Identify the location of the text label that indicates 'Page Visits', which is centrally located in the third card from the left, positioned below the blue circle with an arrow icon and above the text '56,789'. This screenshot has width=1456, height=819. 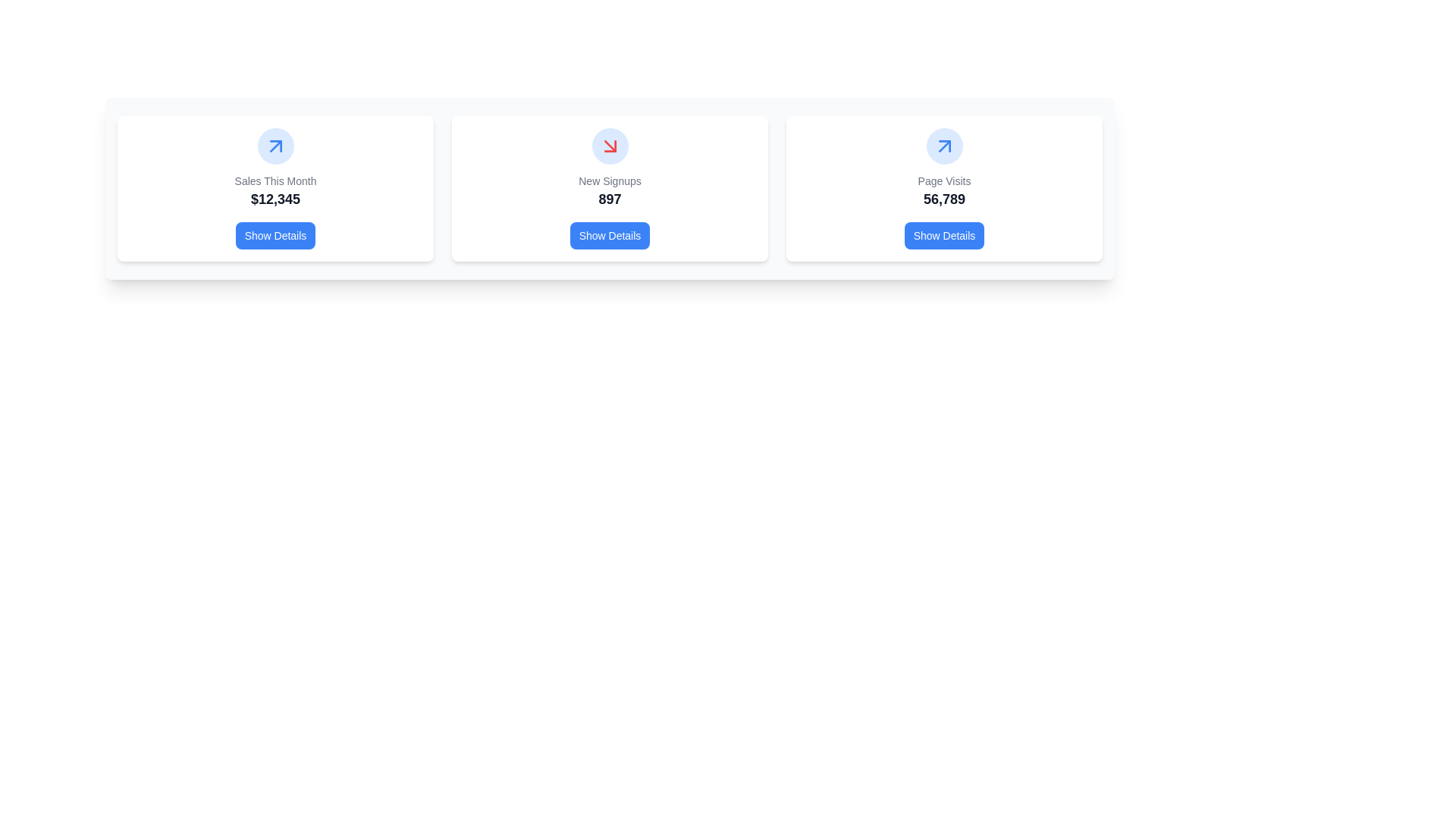
(943, 180).